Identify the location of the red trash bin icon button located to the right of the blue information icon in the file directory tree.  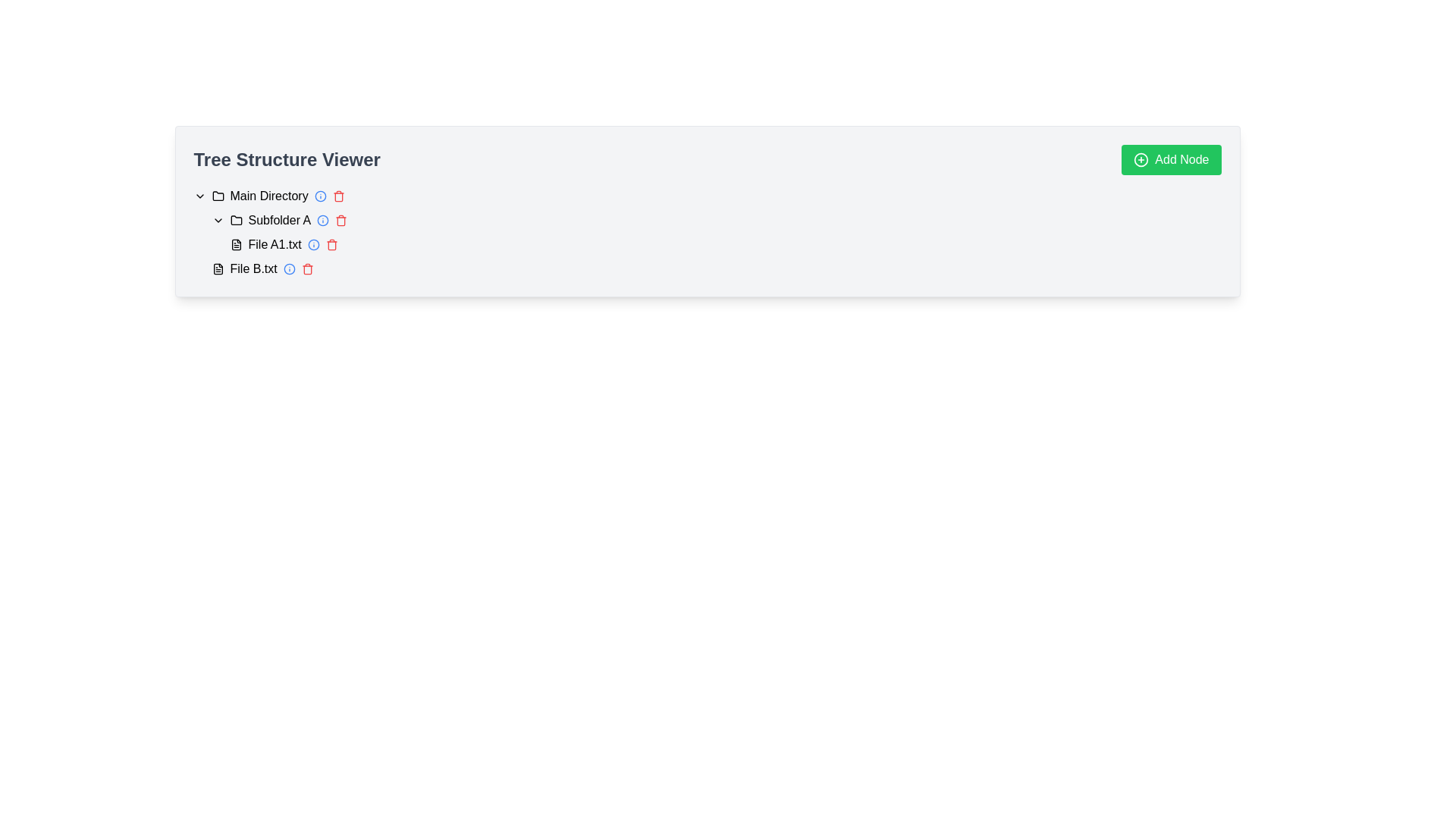
(340, 220).